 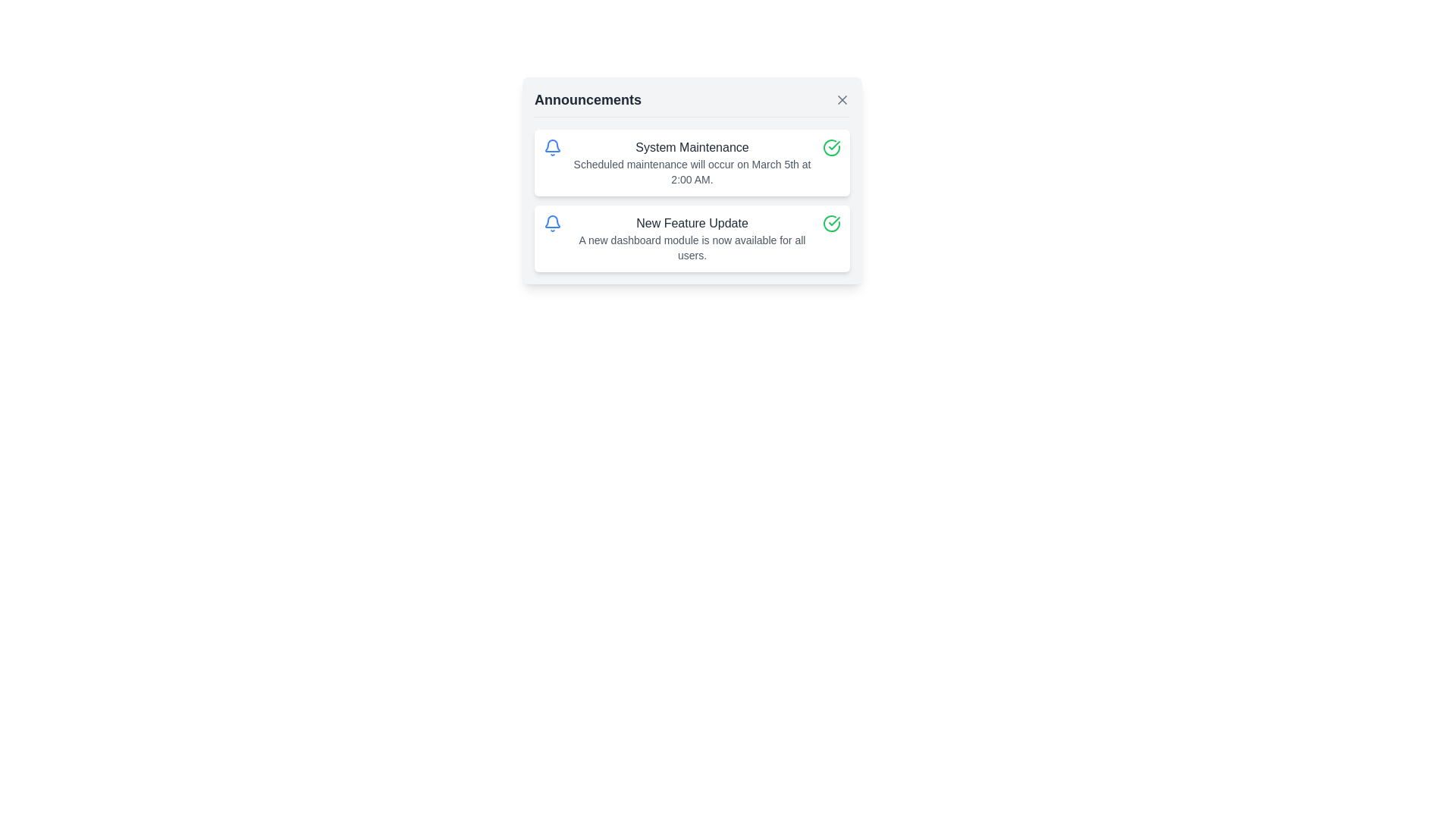 What do you see at coordinates (833, 221) in the screenshot?
I see `the checkmark graphic indicating a completed or confirmed action, which has a thin, green outline and is located to the right of the text 'System Maintenance' in the announcements list` at bounding box center [833, 221].